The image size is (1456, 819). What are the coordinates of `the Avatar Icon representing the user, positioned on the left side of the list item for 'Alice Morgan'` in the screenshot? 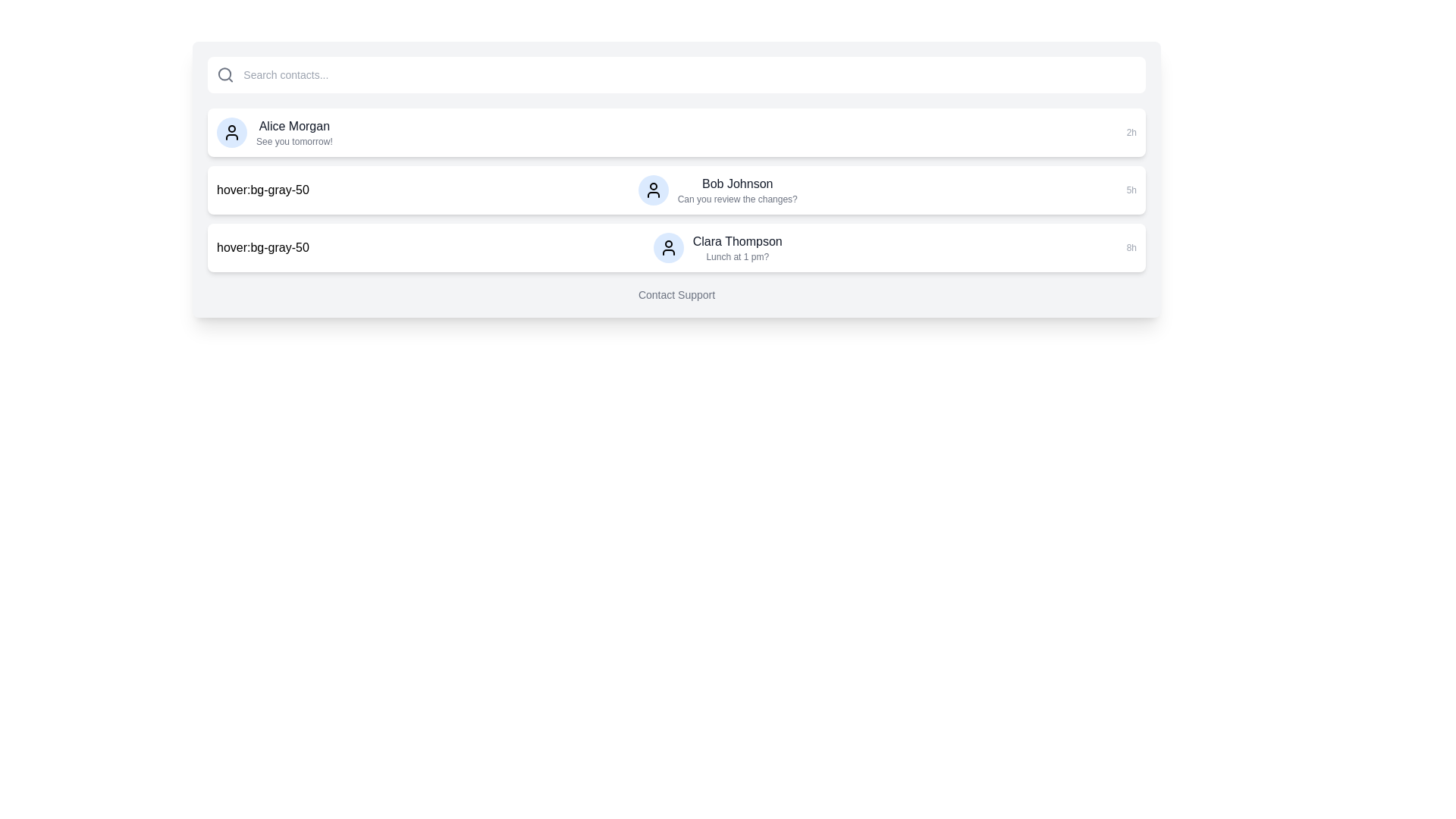 It's located at (231, 131).